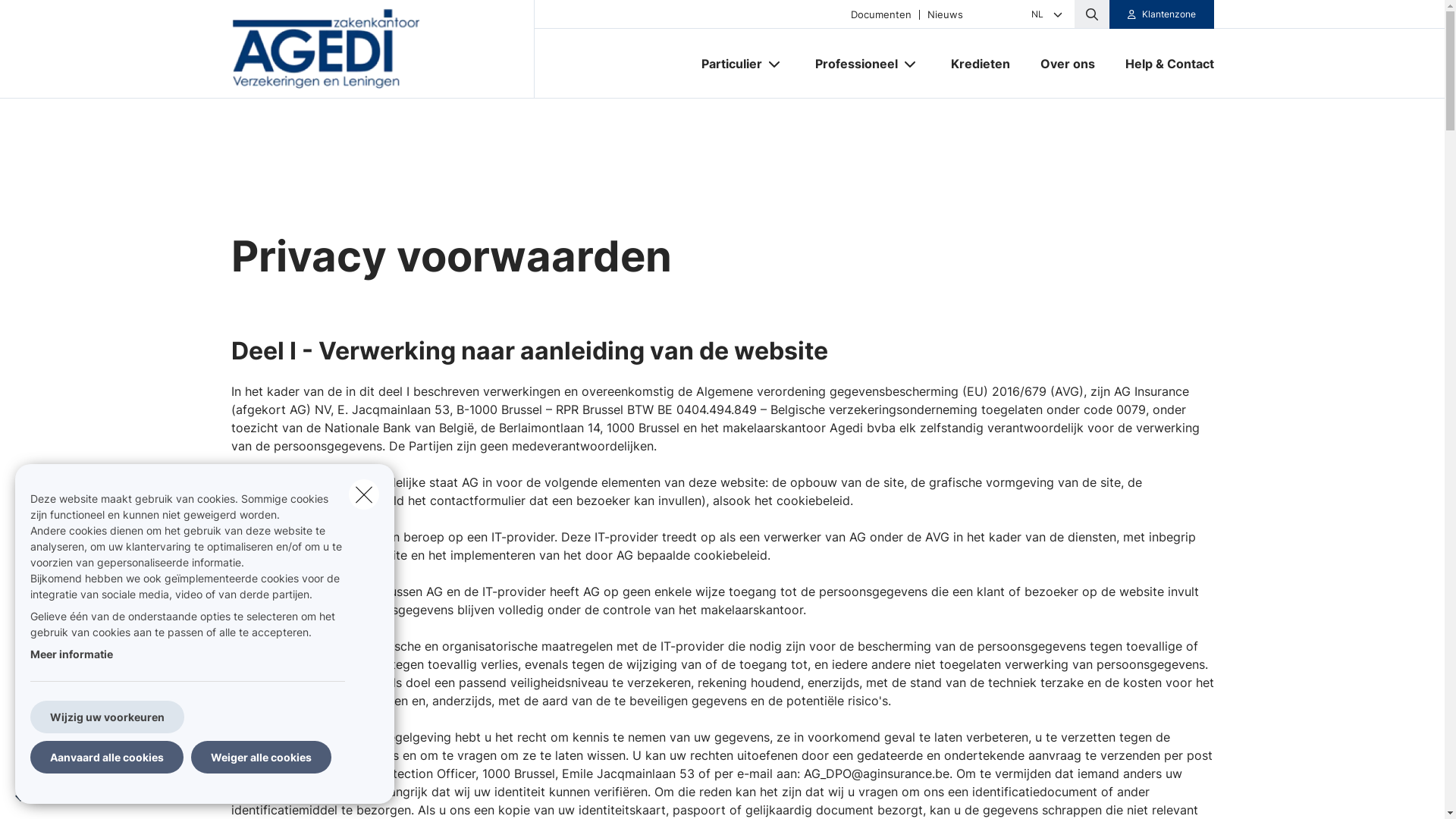  What do you see at coordinates (105, 757) in the screenshot?
I see `'Aanvaard alle cookies'` at bounding box center [105, 757].